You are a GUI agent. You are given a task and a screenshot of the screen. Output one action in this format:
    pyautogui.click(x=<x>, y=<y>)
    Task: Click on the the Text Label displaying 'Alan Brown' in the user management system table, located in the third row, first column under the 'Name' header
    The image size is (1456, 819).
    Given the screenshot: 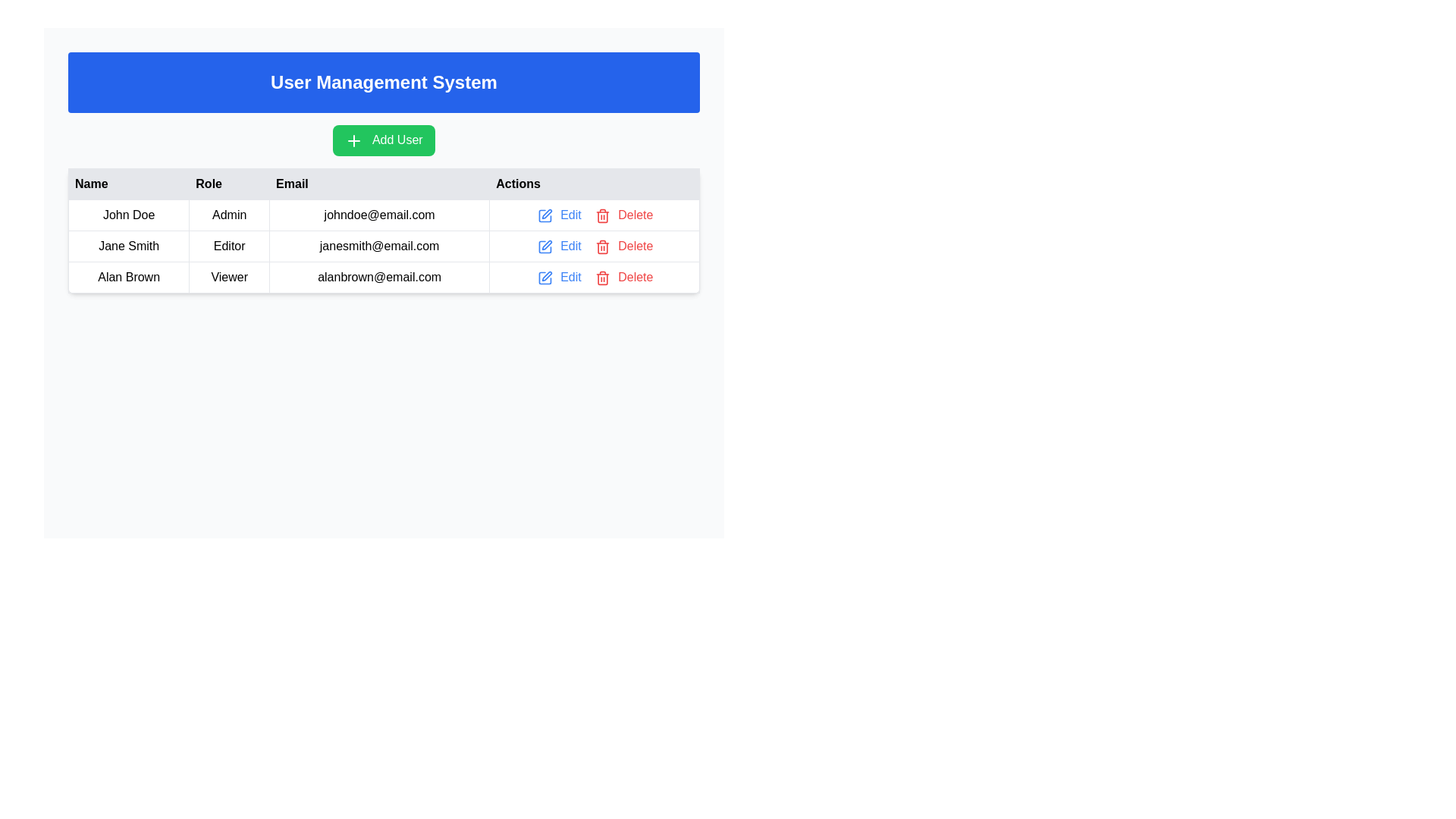 What is the action you would take?
    pyautogui.click(x=129, y=277)
    